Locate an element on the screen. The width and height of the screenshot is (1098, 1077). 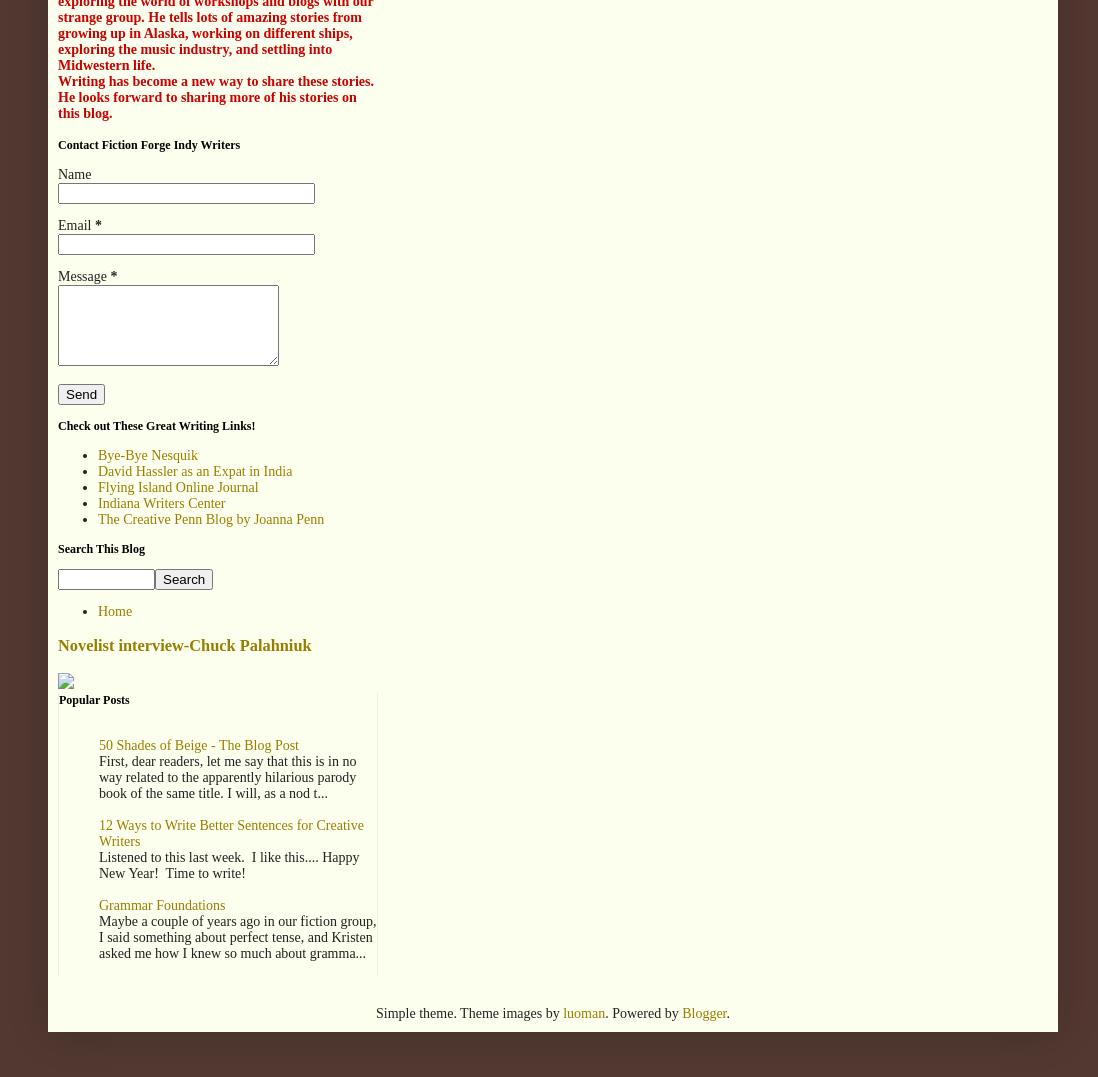
'First, dear readers, let me say that this is in no way related to the apparently hilarious parody book of the same title. I will, as a nod t...' is located at coordinates (226, 775).